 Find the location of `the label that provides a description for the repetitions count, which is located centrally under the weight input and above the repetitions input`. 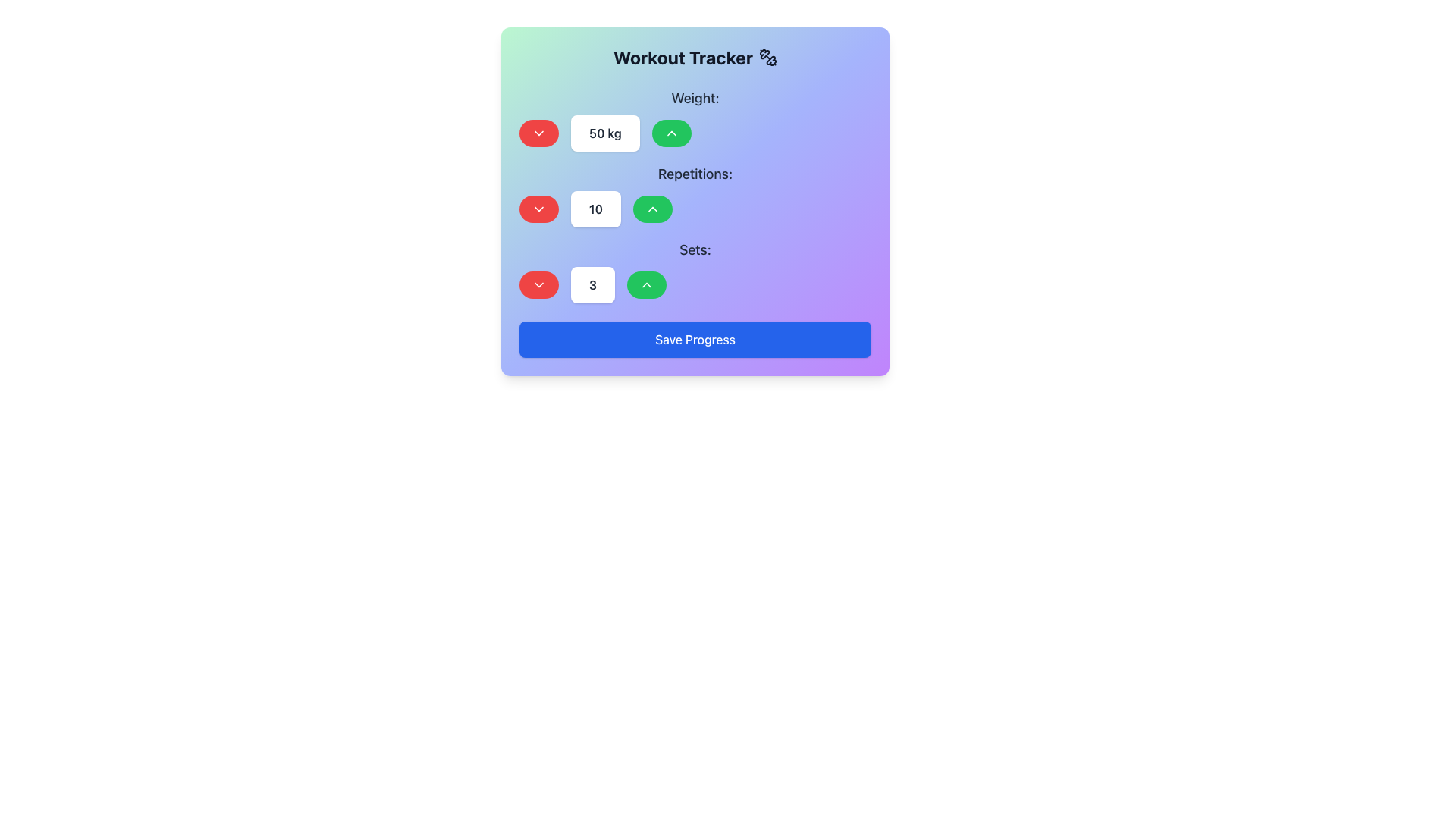

the label that provides a description for the repetitions count, which is located centrally under the weight input and above the repetitions input is located at coordinates (694, 174).